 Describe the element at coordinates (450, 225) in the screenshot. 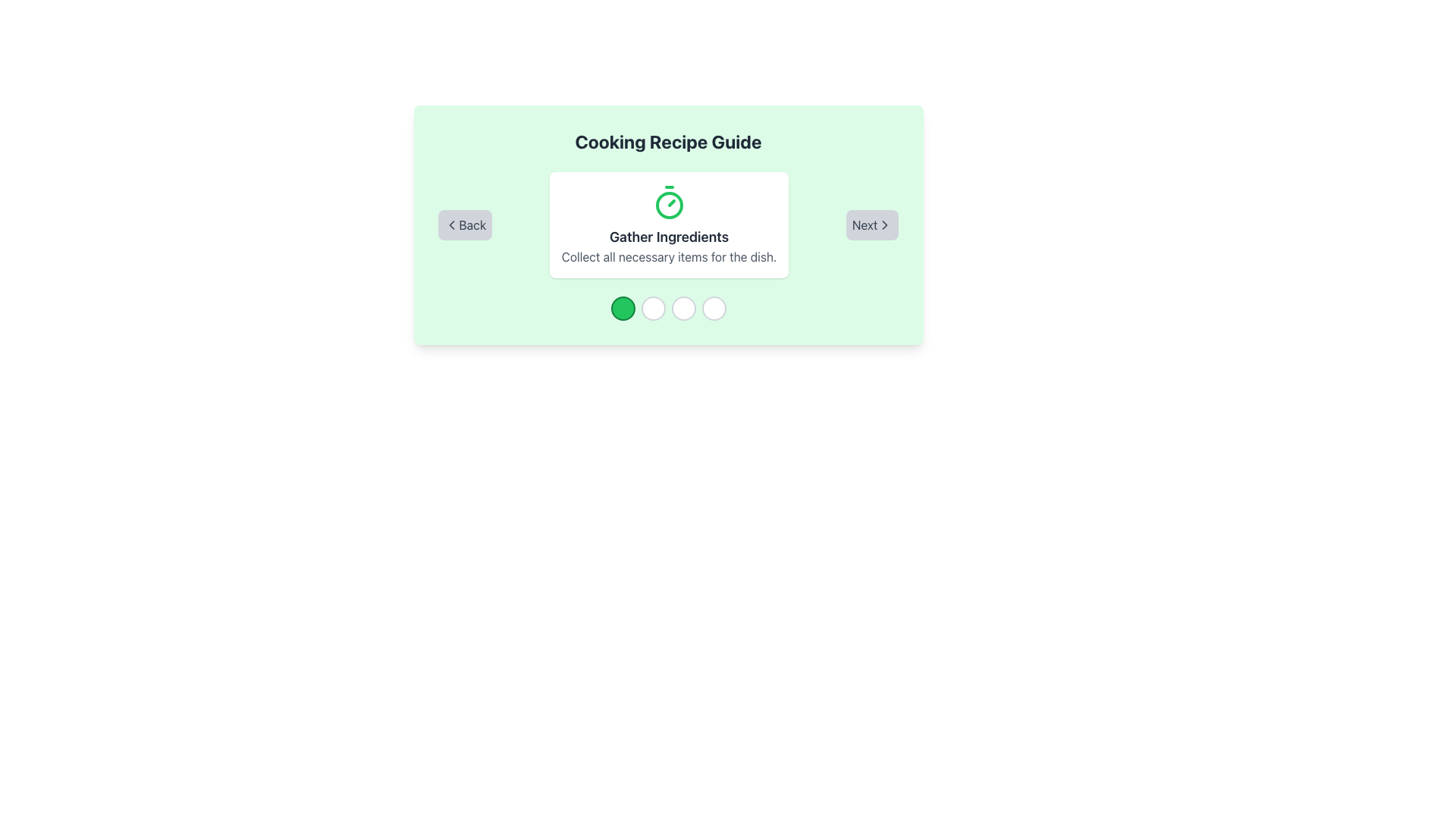

I see `the chevron pointing left icon located within the 'Back' navigation button at the bottom left of the center card` at that location.